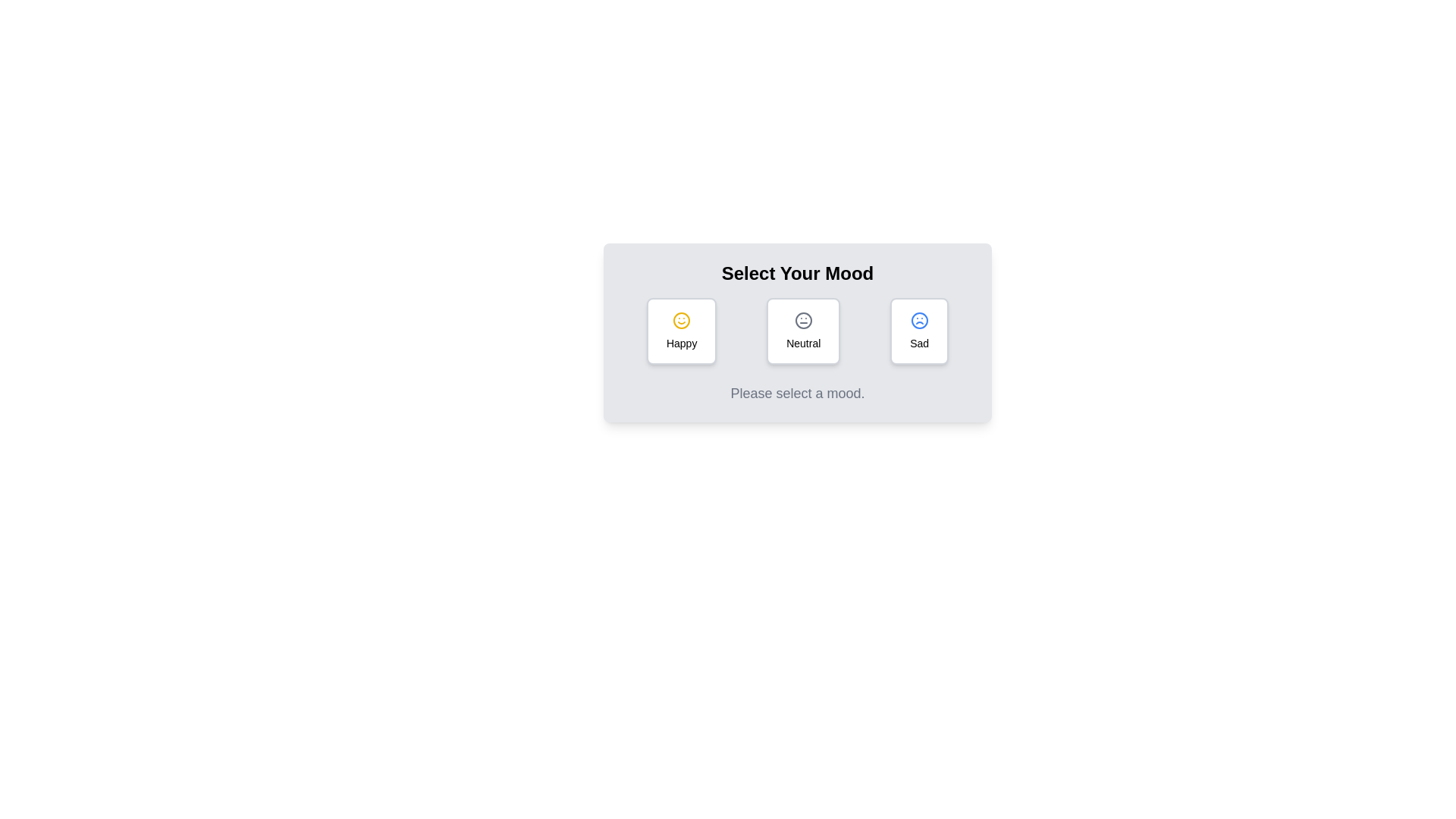 The height and width of the screenshot is (819, 1456). Describe the element at coordinates (796, 274) in the screenshot. I see `the centered text header styled in bold and large font with the text 'Select Your Mood', located within the top portion of a light-gray card component` at that location.